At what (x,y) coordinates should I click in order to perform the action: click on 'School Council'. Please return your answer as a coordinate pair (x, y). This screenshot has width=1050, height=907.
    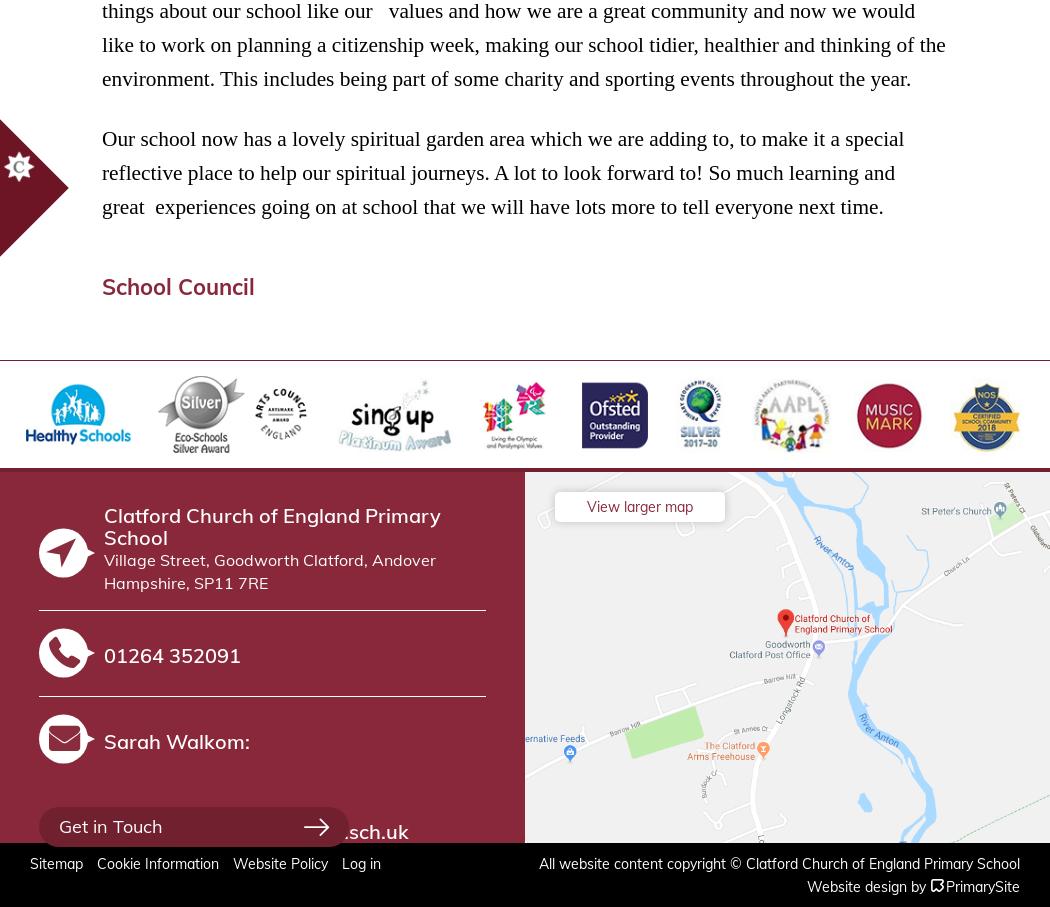
    Looking at the image, I should click on (178, 285).